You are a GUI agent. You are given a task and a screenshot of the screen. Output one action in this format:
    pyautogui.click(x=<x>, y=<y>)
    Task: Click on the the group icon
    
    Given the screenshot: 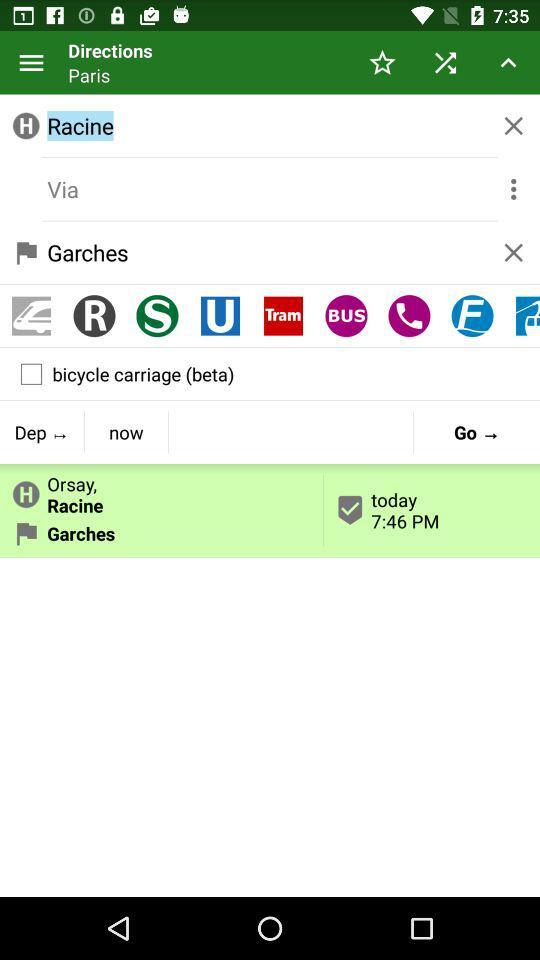 What is the action you would take?
    pyautogui.click(x=93, y=338)
    